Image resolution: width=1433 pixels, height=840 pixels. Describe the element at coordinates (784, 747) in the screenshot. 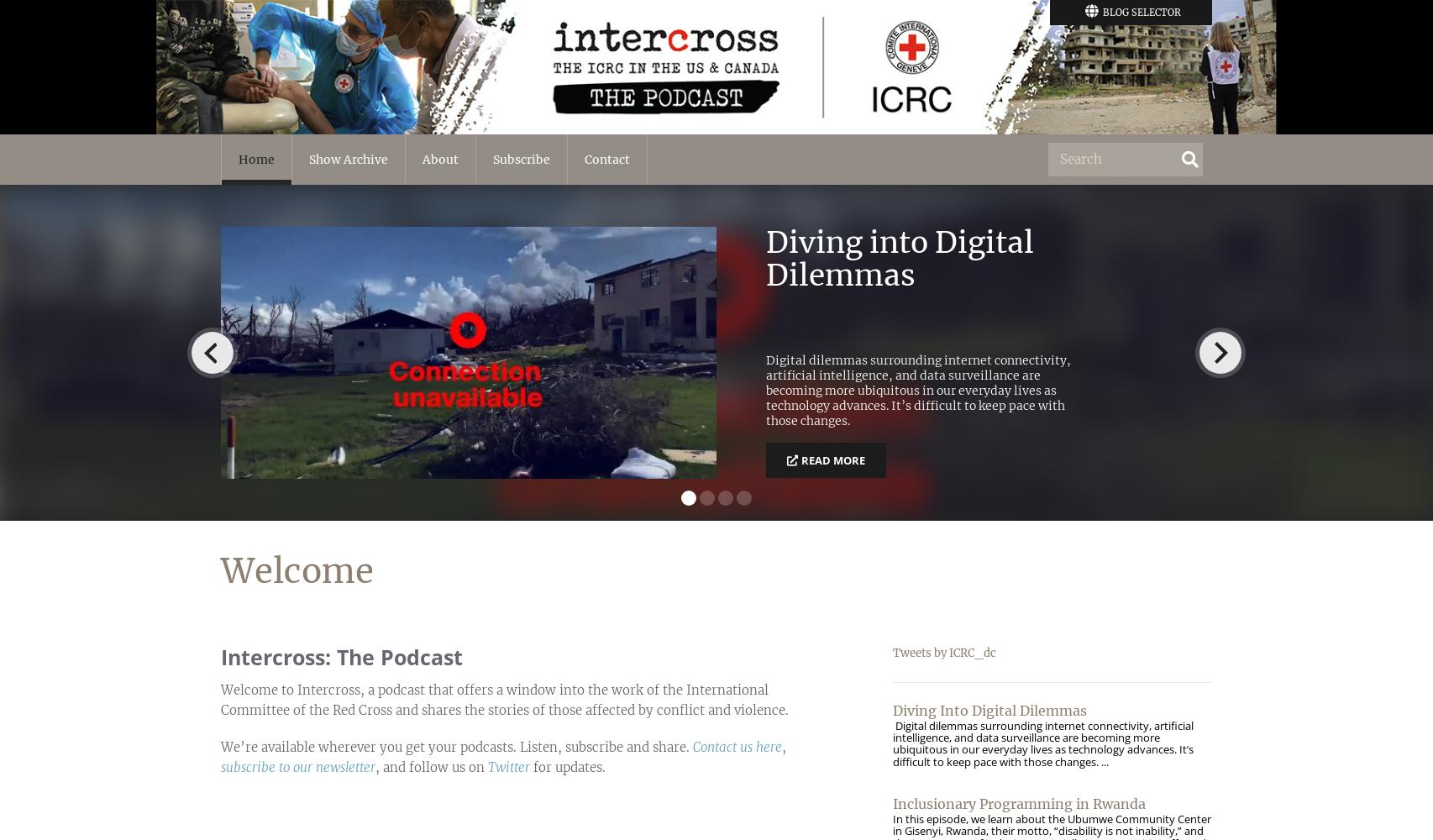

I see `','` at that location.